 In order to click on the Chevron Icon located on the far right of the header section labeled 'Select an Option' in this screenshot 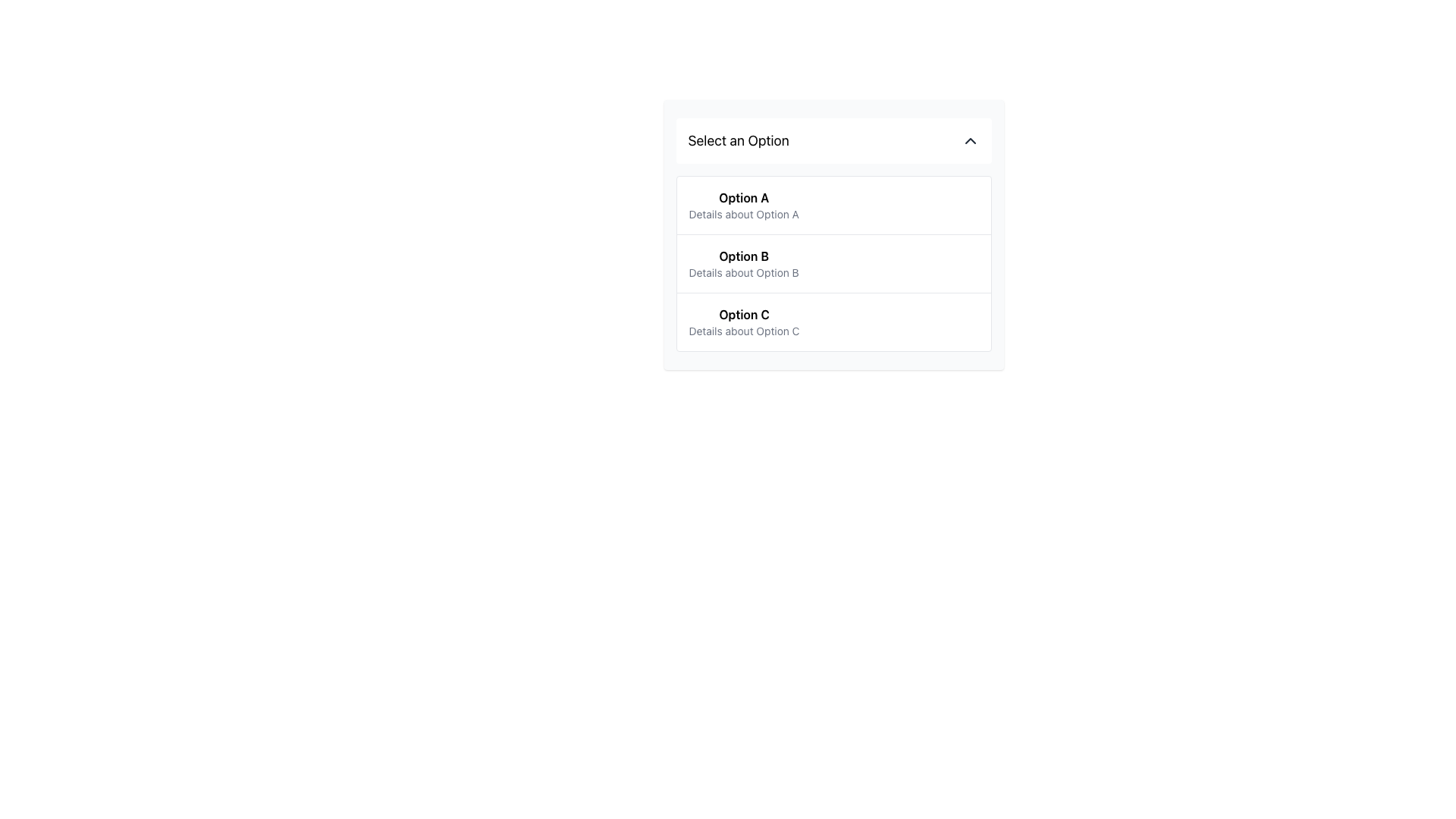, I will do `click(969, 140)`.